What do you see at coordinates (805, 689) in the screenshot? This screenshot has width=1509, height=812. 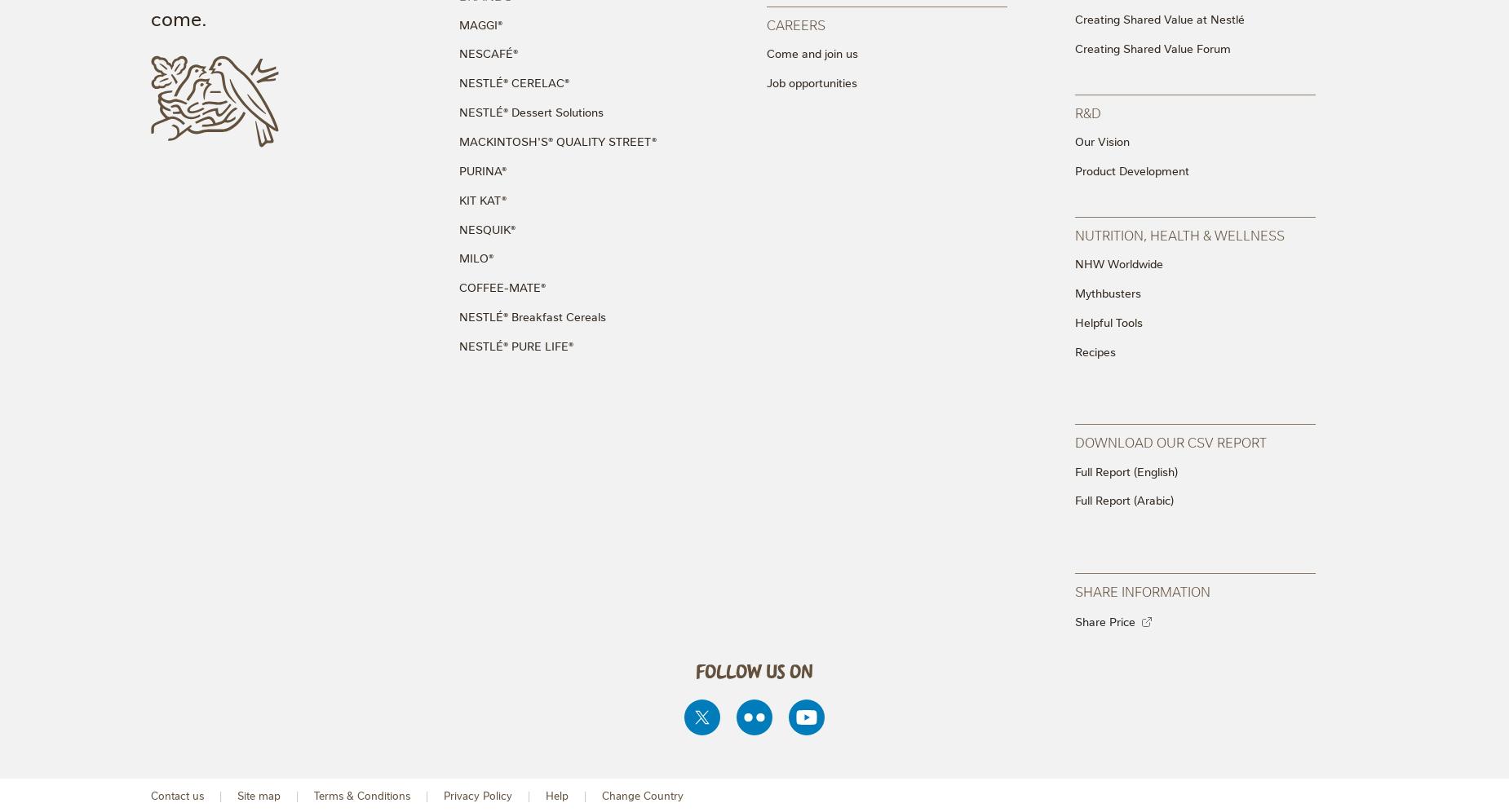 I see `'Nestle ME on YouTube'` at bounding box center [805, 689].